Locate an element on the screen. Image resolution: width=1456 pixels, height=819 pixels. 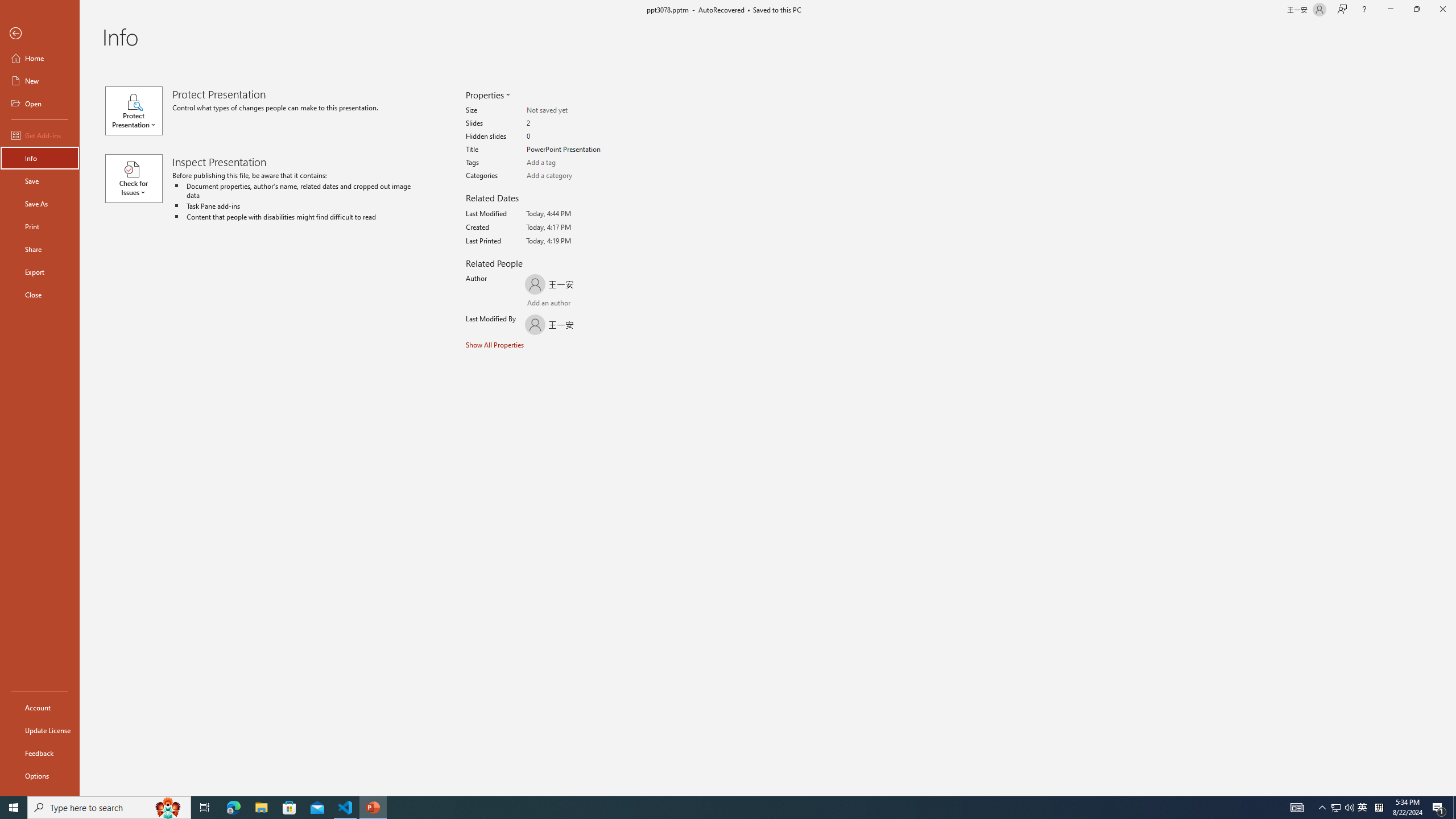
'Title' is located at coordinates (570, 150).